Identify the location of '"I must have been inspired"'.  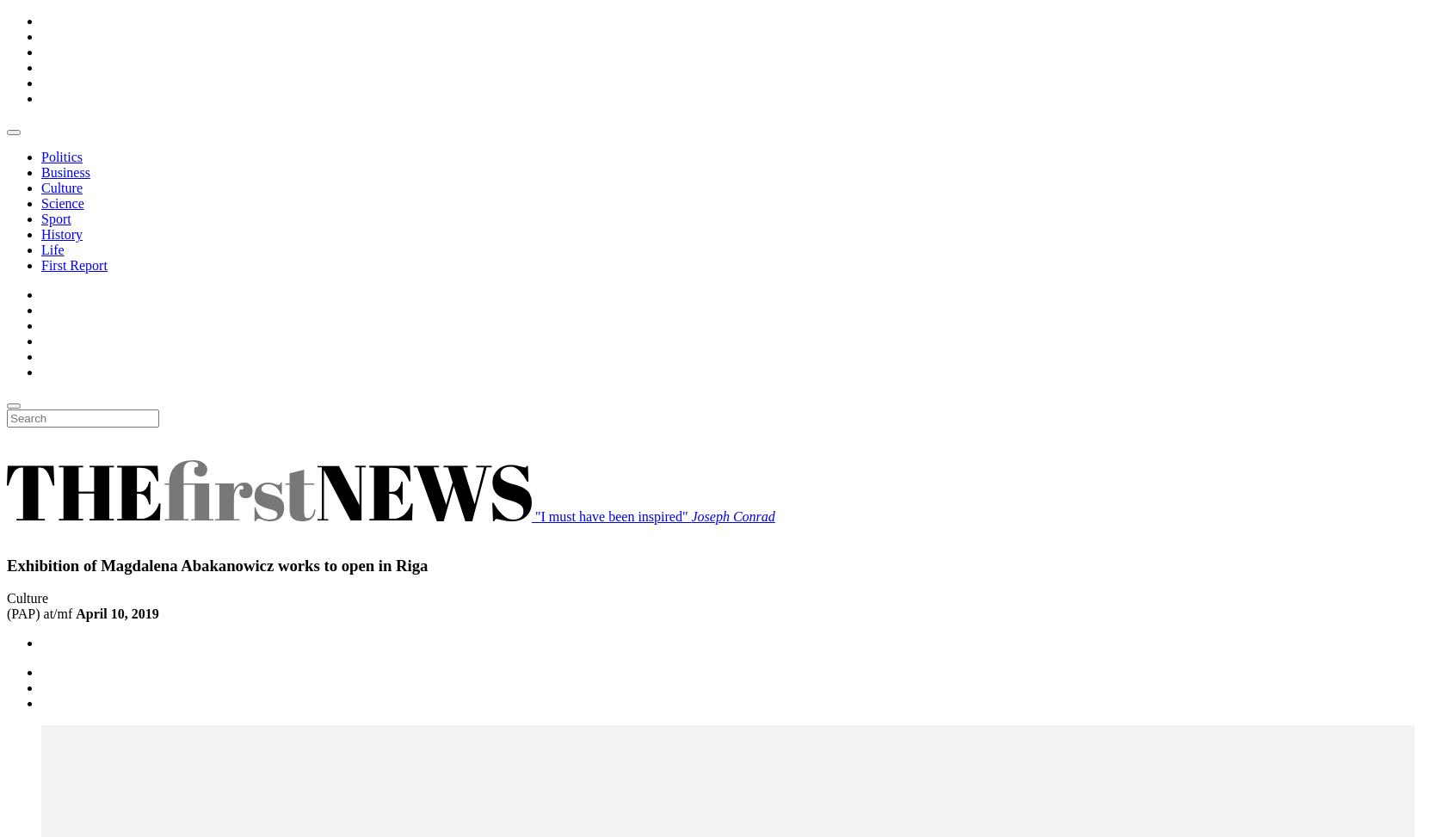
(612, 515).